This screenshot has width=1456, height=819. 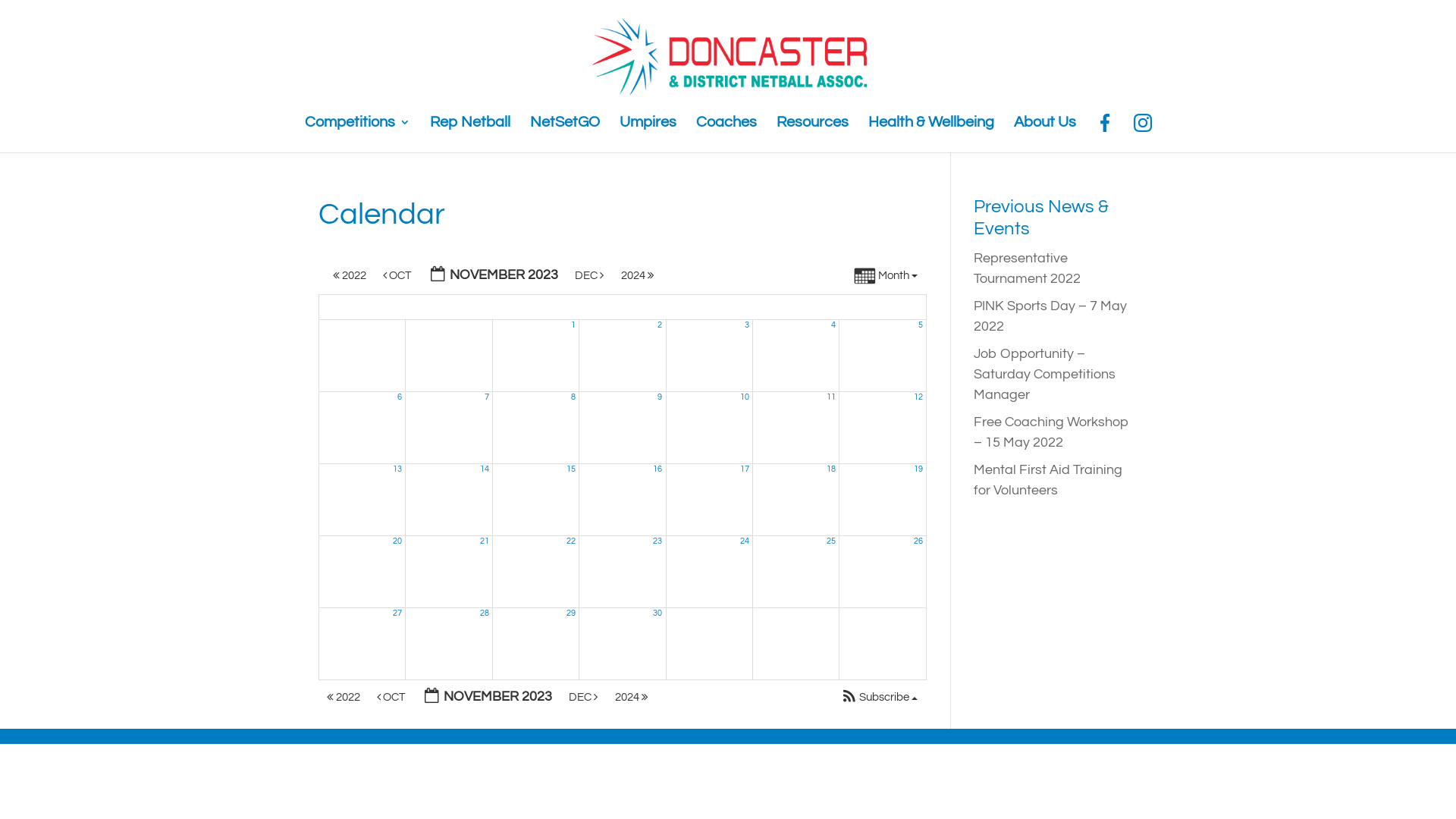 I want to click on '29', so click(x=570, y=612).